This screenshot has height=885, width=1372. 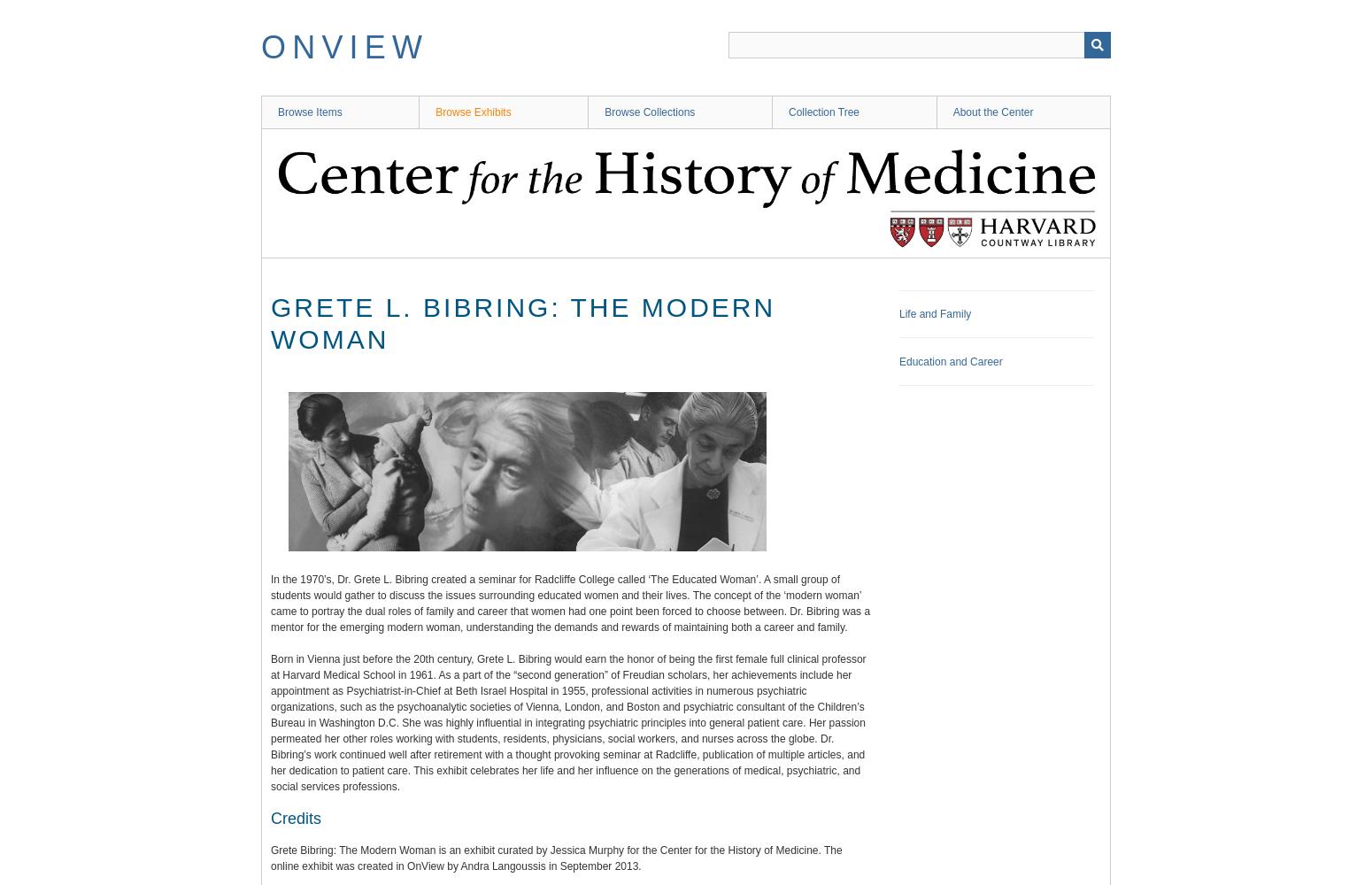 I want to click on 'In the 1970’s, Dr. Grete L. Bibring created a seminar for Radcliffe College called ‘The Educated Woman’. A small group of students would gather to discuss the issues surrounding educated women and their lives. The concept of the ‘modern woman’ came to portray the dual roles of family and career that women had one point been forced to choose between. Dr. Bibring was a mentor for the emerging modern woman, understanding the demands and rewards of maintaining both a career and family.', so click(x=569, y=604).